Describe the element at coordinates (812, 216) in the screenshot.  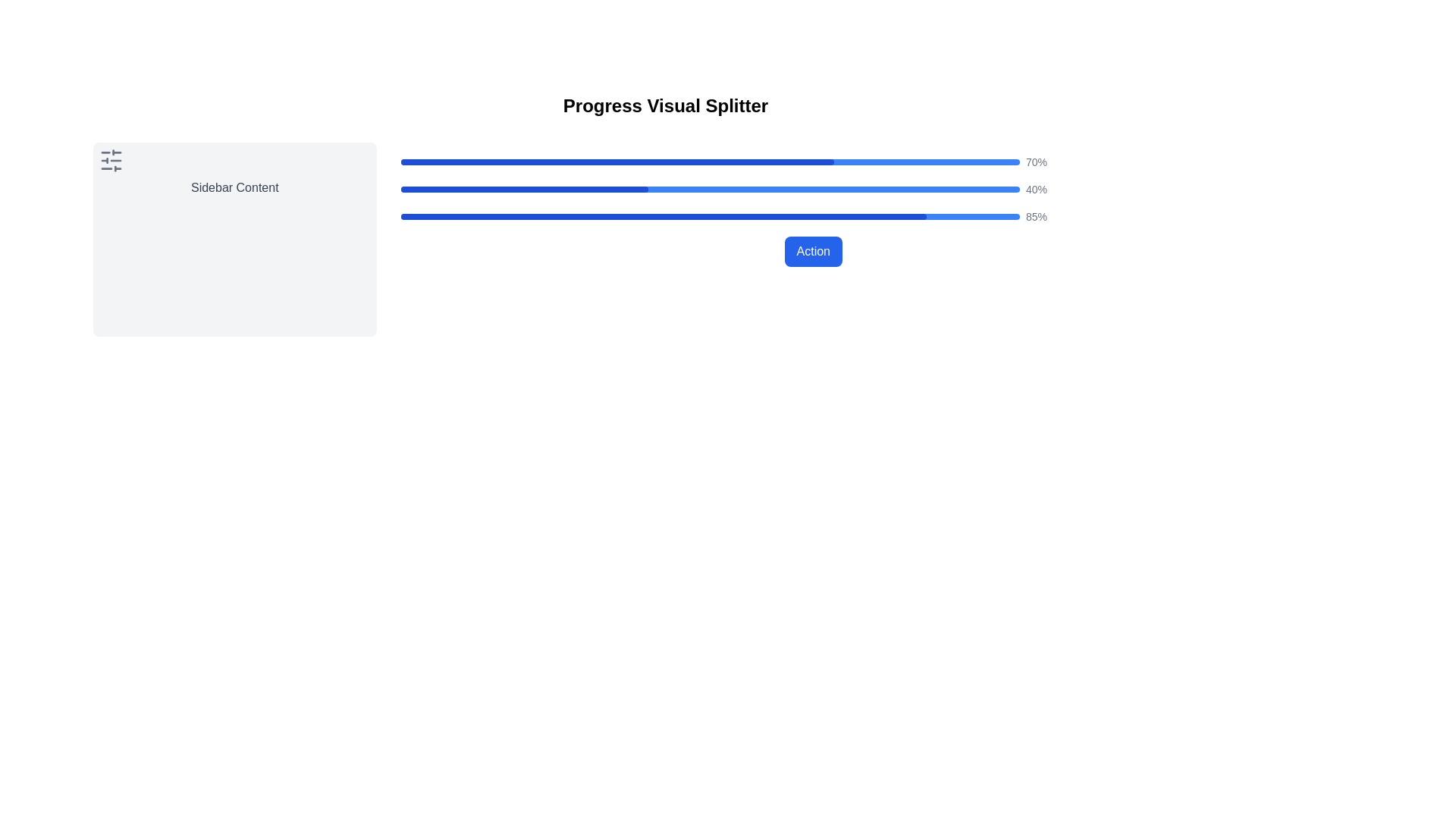
I see `the third progress bar, which is primarily blue with a deeper blue section indicating 85% completion` at that location.